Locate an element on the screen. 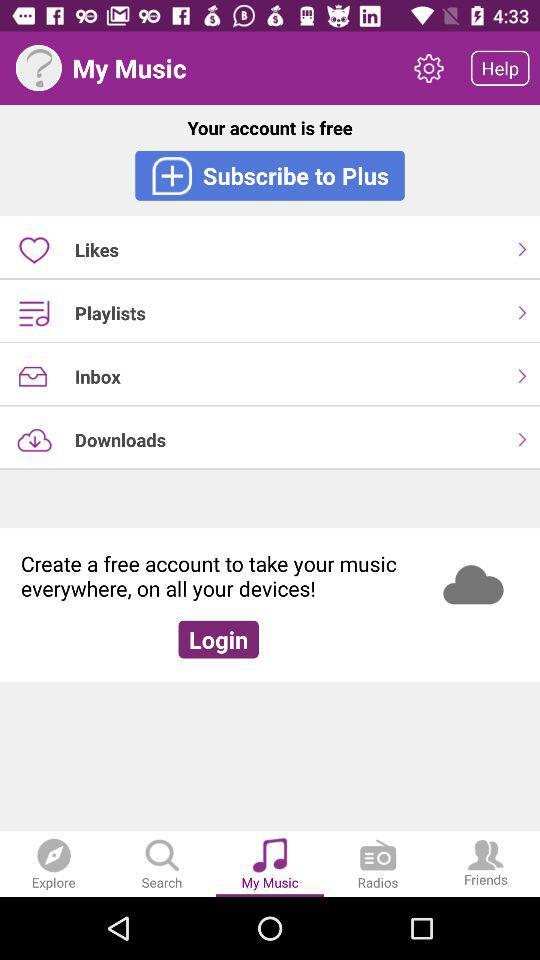 This screenshot has width=540, height=960. the item next to my music icon is located at coordinates (38, 68).